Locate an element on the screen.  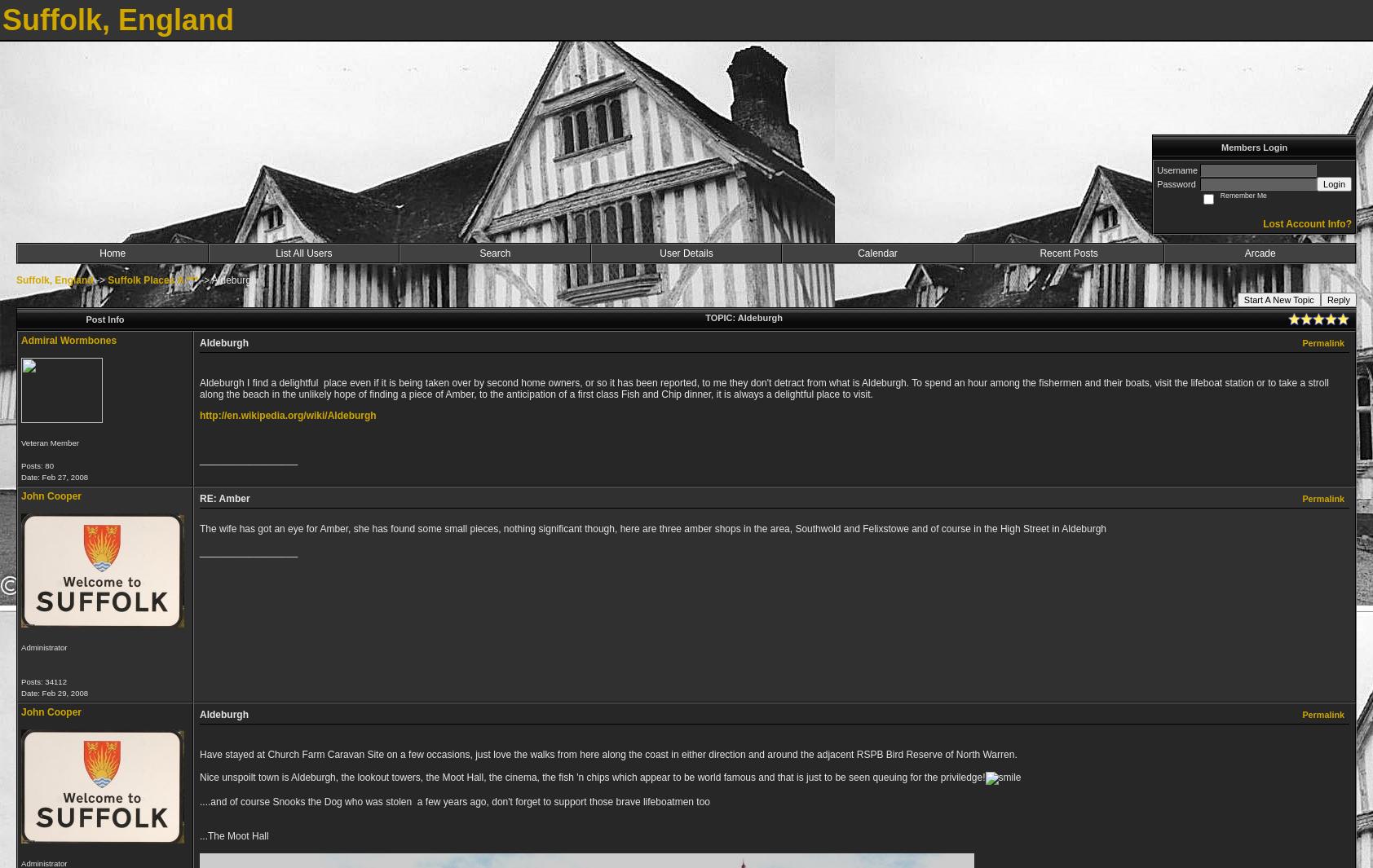
'Admiral Wormbones' is located at coordinates (68, 340).